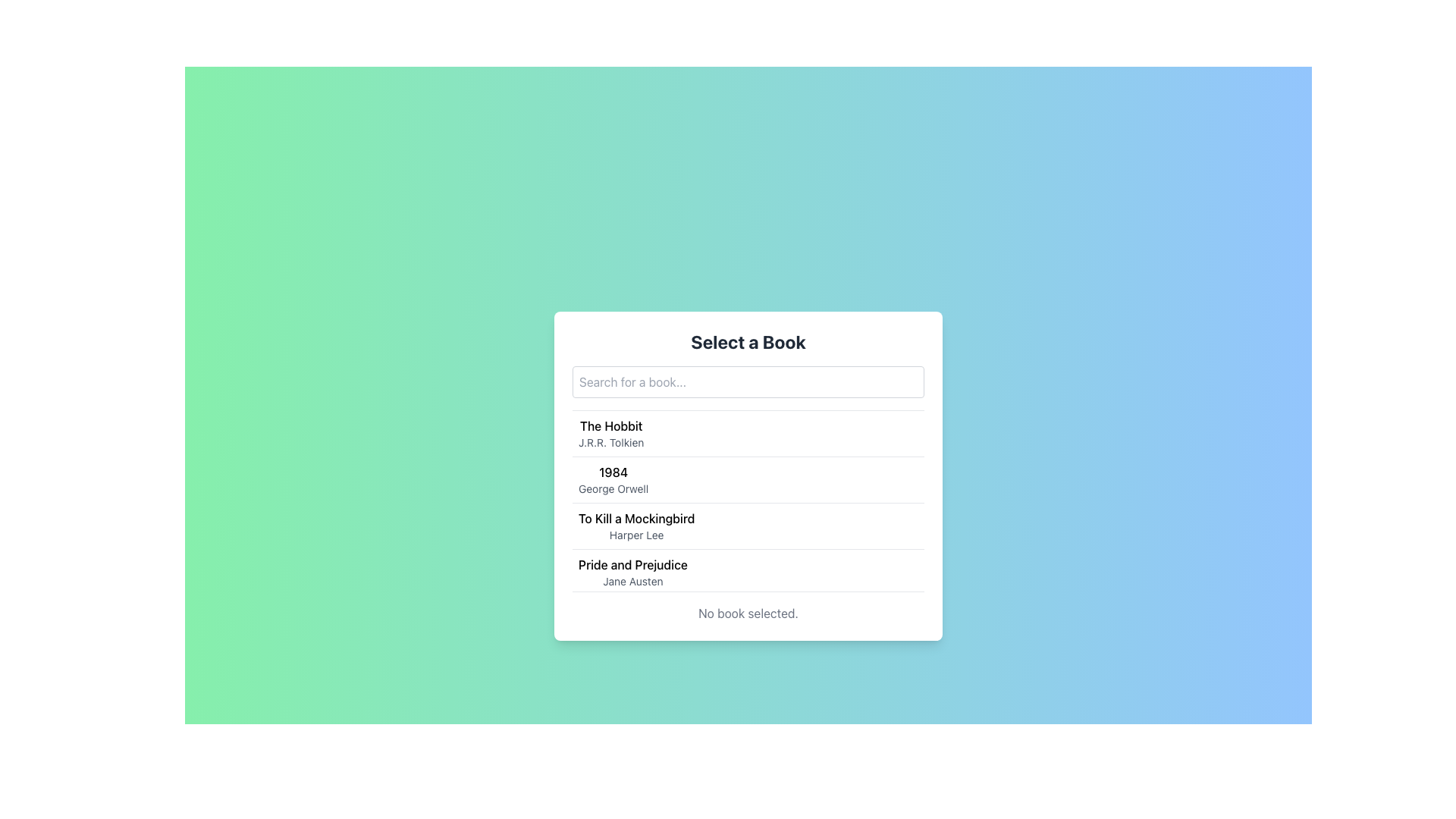  I want to click on the first list item displaying 'The Hobbit' by 'J.R.R. Tolkien', so click(748, 433).